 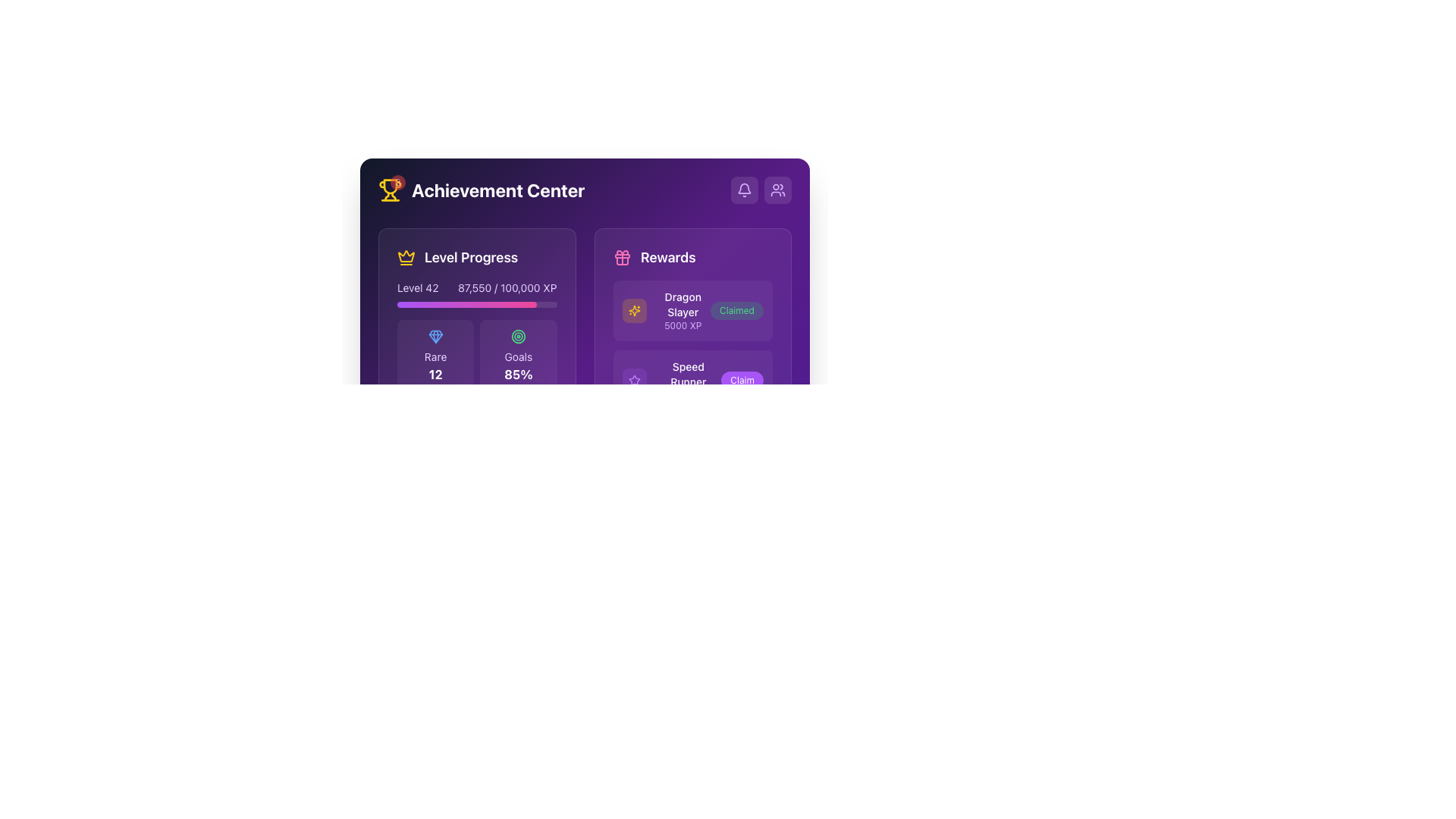 What do you see at coordinates (692, 379) in the screenshot?
I see `details of the 'Speed Runner' reward associated with 3000 XP on the Reward card located under the 'Dragon Slayer' card in the 'Rewards' section of the Achievement Center interface` at bounding box center [692, 379].